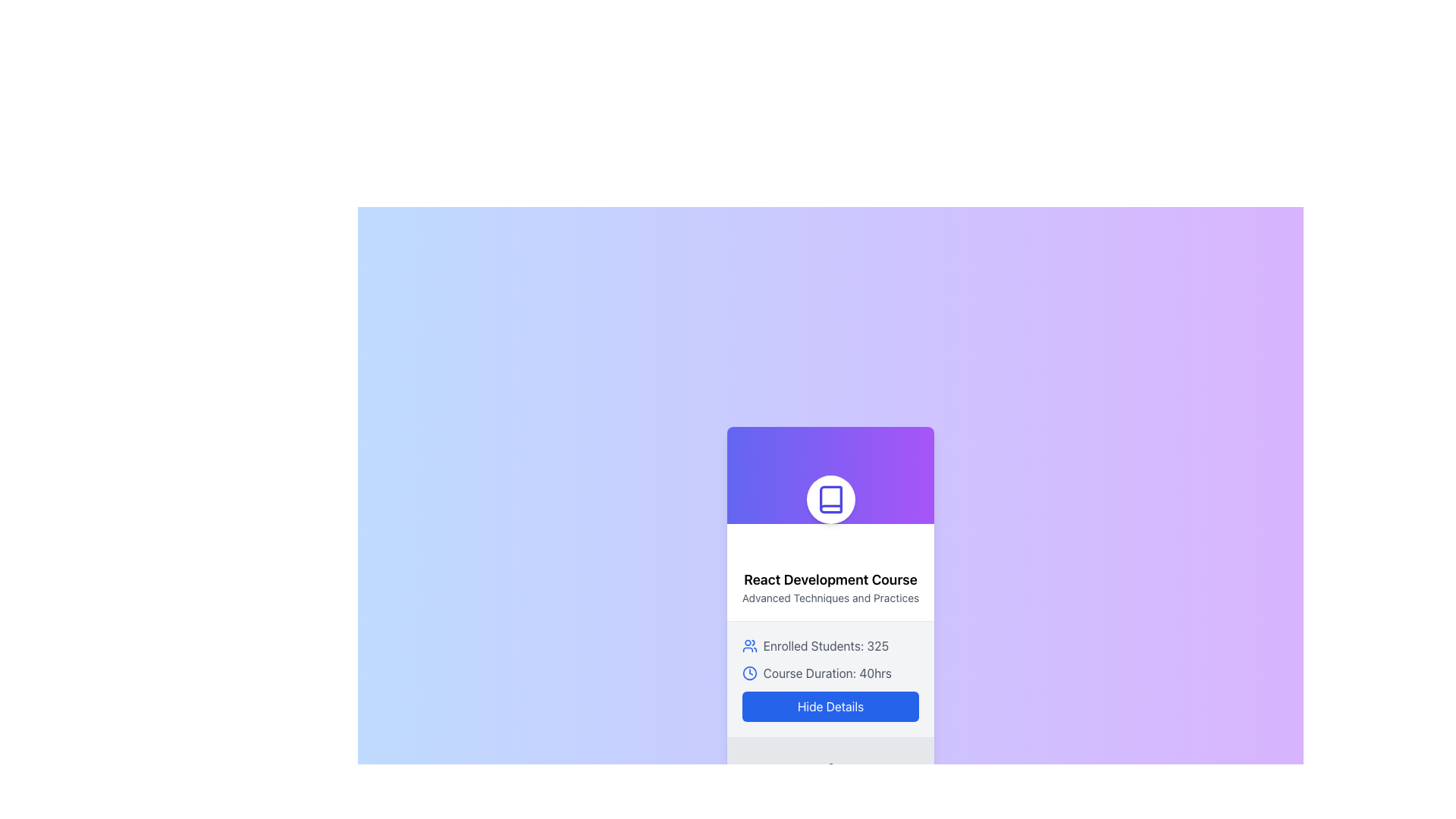 The image size is (1456, 819). What do you see at coordinates (830, 579) in the screenshot?
I see `the Text label displaying 'React Development Course' in a large, bold font at the top of the card layout` at bounding box center [830, 579].